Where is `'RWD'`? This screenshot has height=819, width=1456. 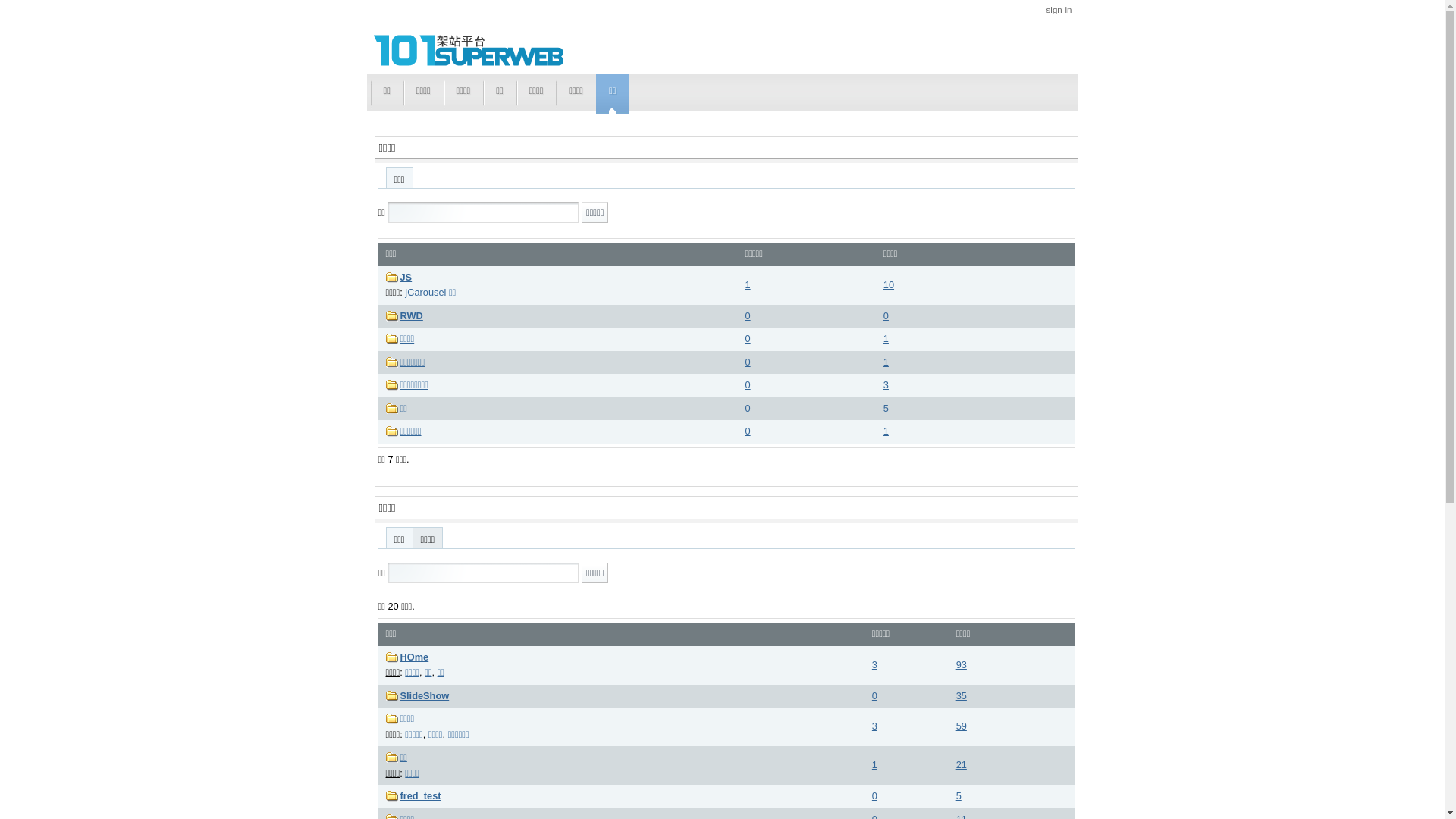 'RWD' is located at coordinates (411, 315).